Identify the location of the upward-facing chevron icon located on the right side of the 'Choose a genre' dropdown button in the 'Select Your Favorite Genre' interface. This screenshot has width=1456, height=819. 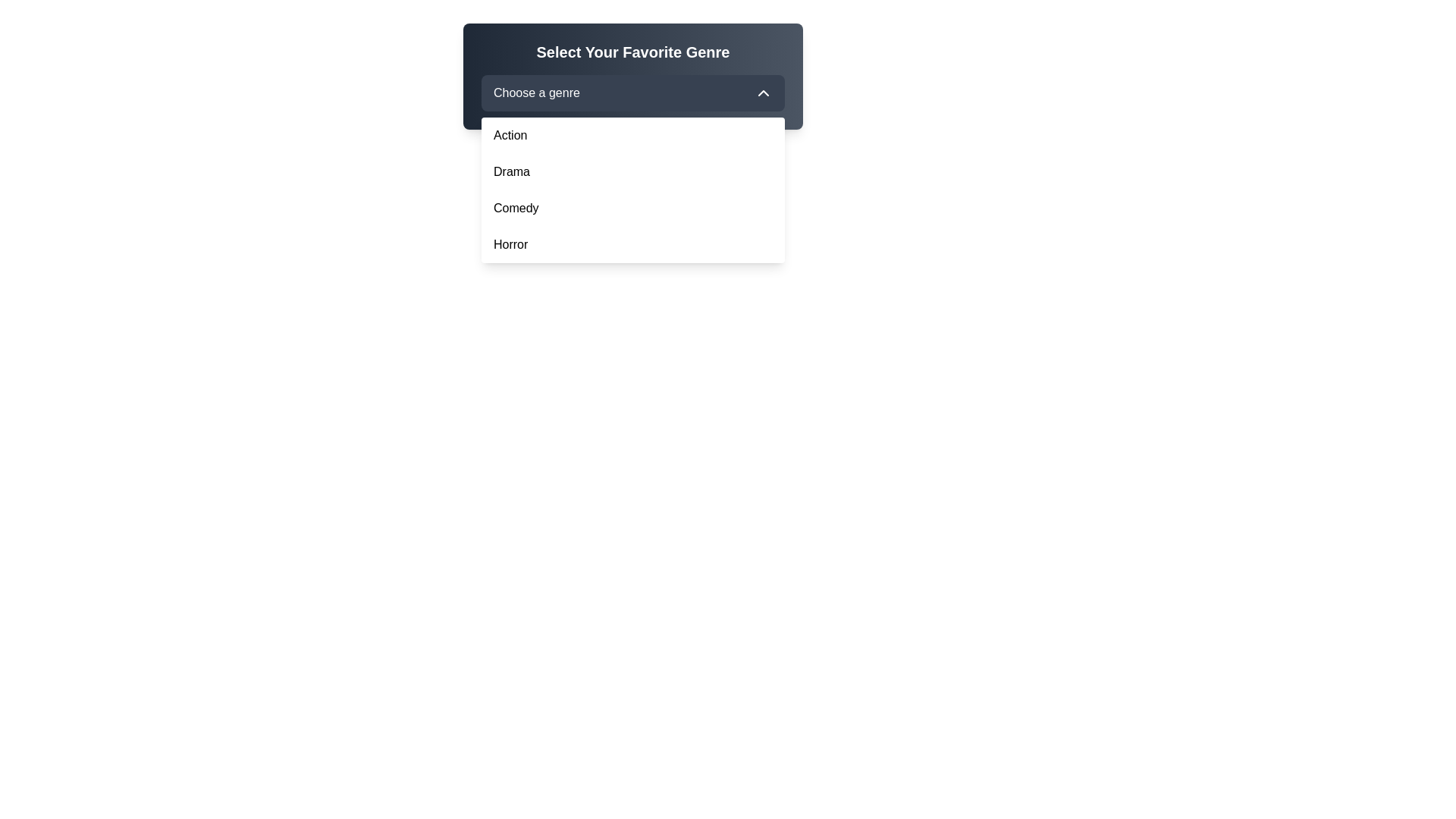
(764, 93).